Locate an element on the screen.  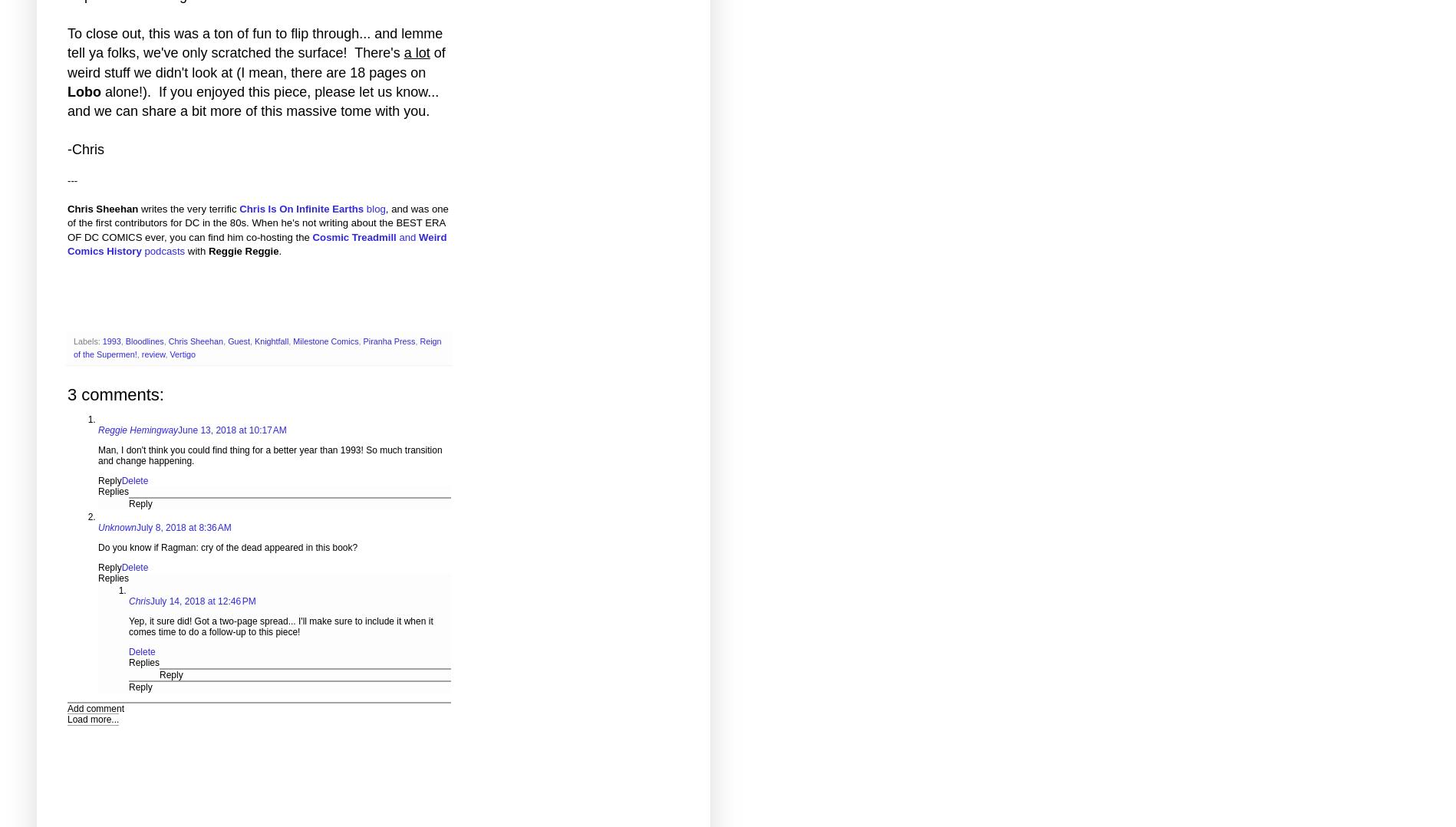
'blog' is located at coordinates (373, 208).